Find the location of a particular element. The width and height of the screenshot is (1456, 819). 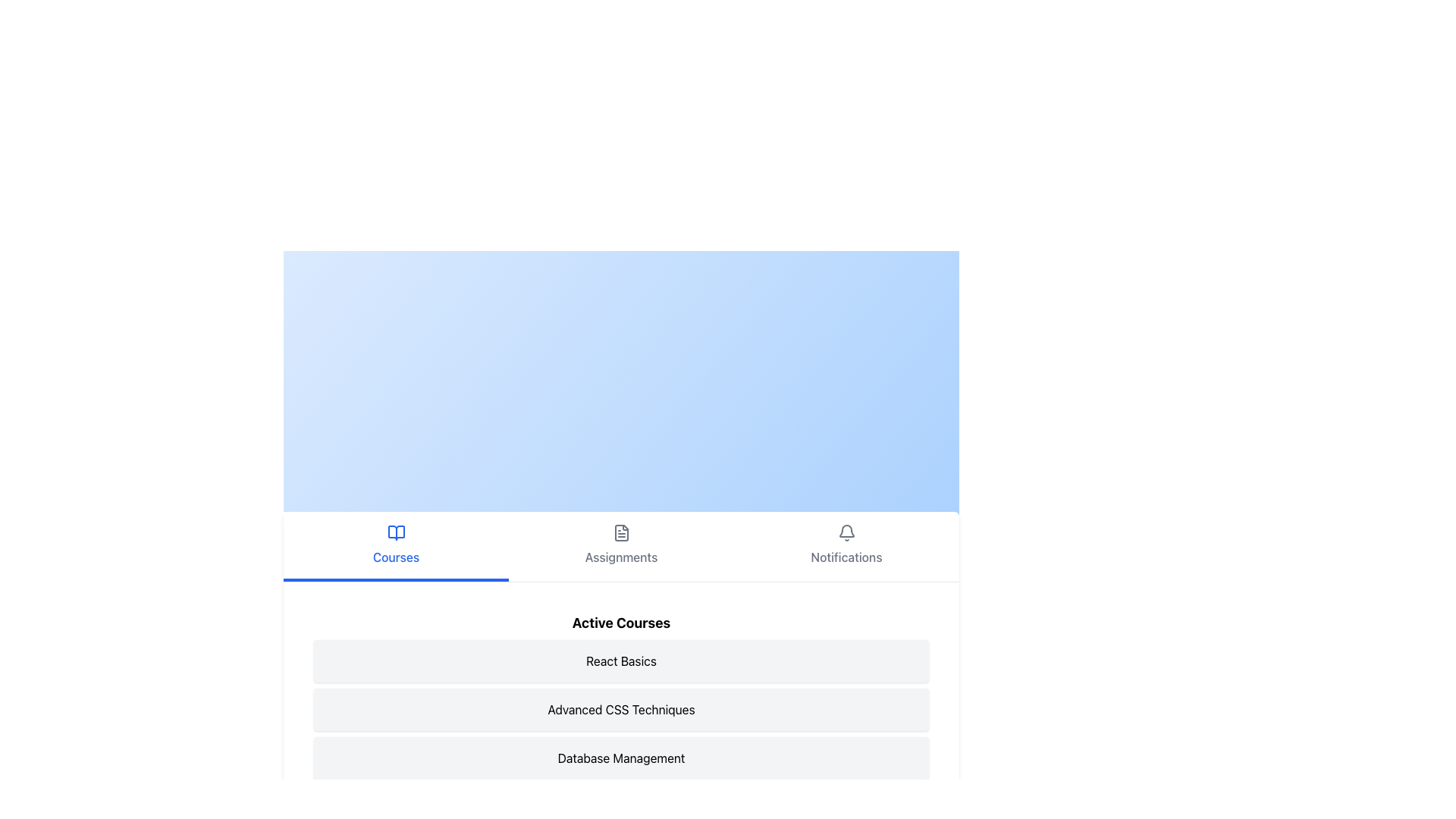

the 'Advanced CSS Techniques' course in the active courses list is located at coordinates (621, 695).